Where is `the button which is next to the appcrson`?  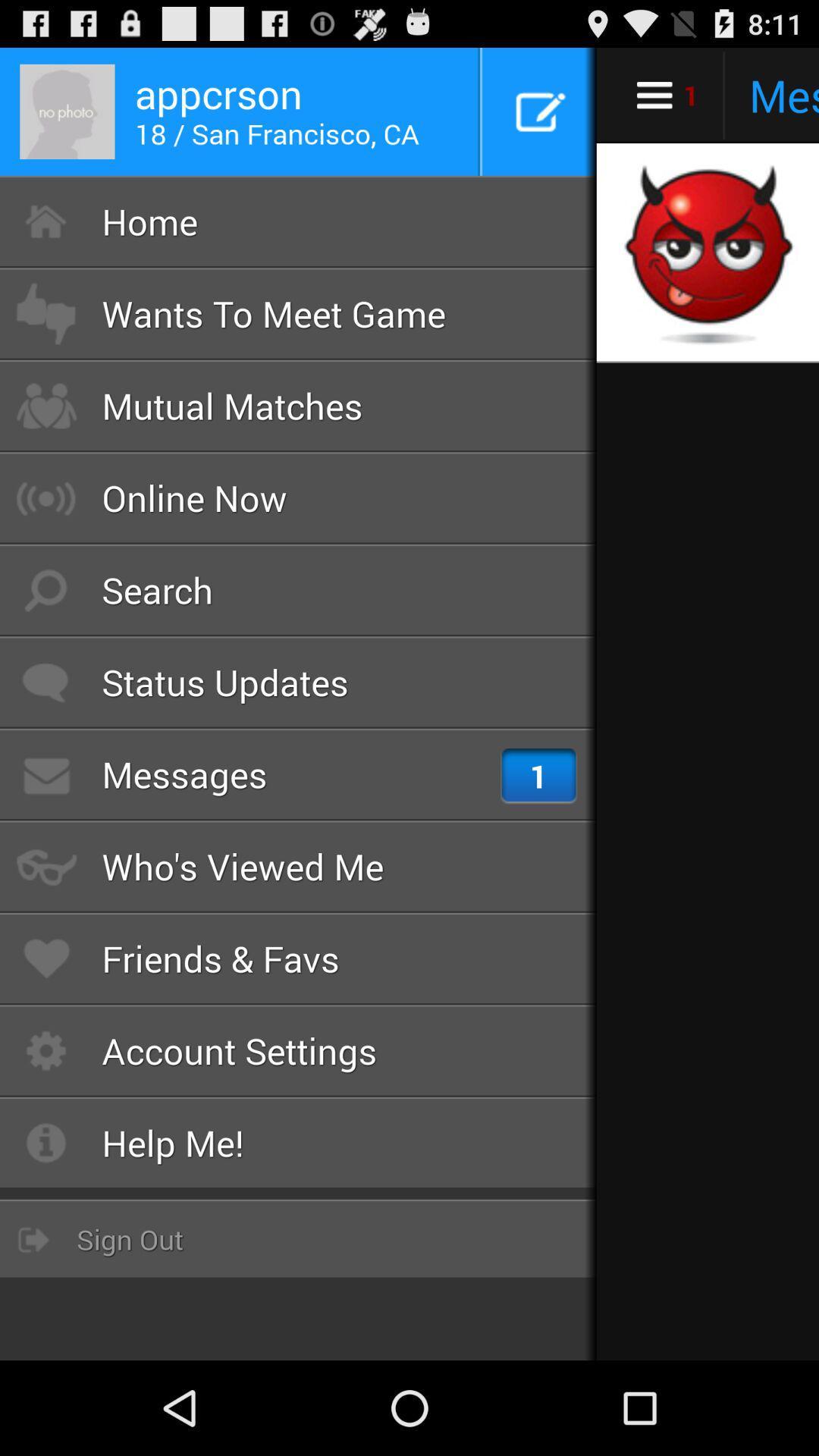 the button which is next to the appcrson is located at coordinates (539, 111).